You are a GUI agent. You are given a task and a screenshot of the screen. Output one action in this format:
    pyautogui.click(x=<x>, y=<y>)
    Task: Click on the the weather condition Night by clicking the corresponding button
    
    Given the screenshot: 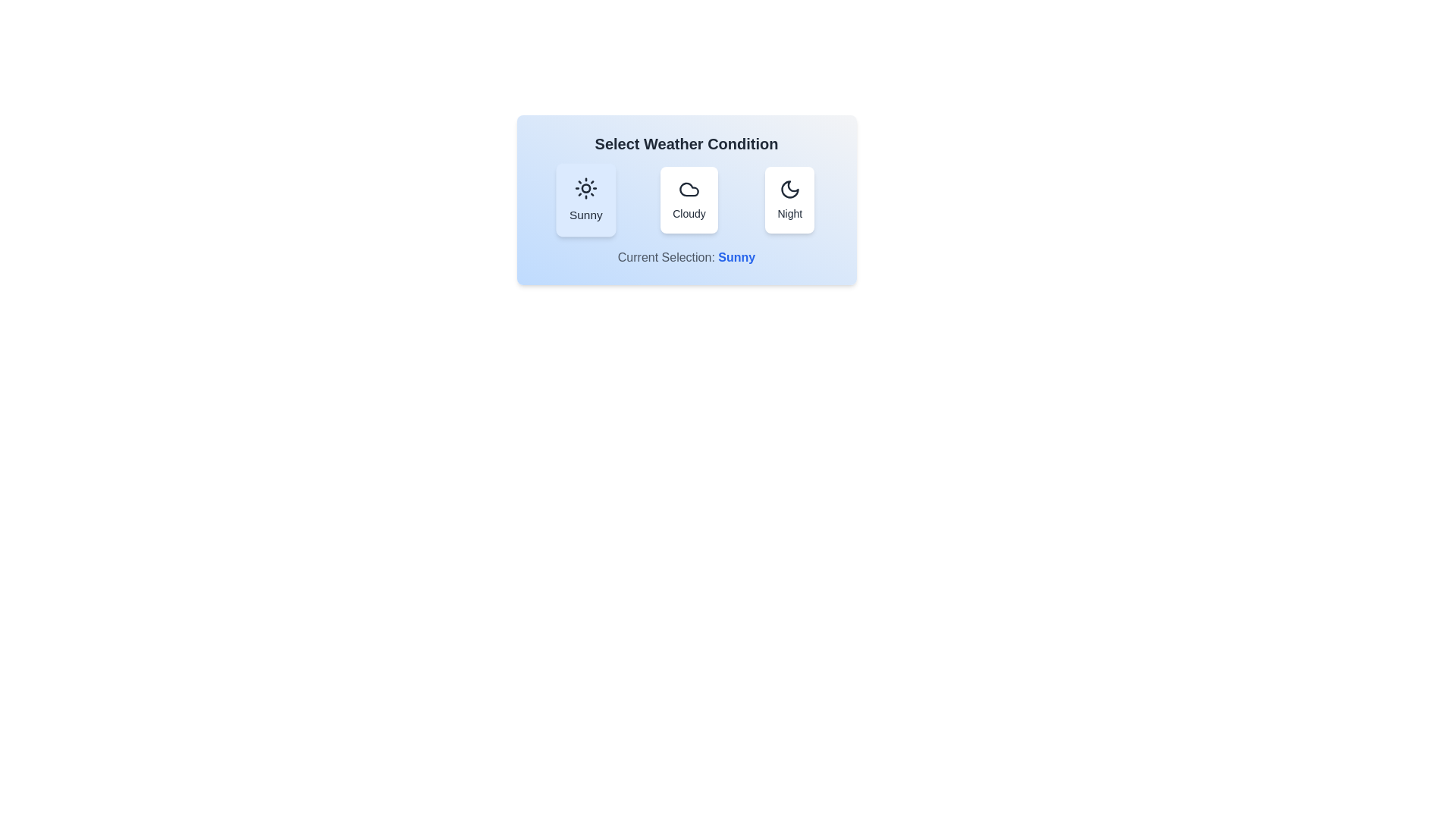 What is the action you would take?
    pyautogui.click(x=789, y=199)
    